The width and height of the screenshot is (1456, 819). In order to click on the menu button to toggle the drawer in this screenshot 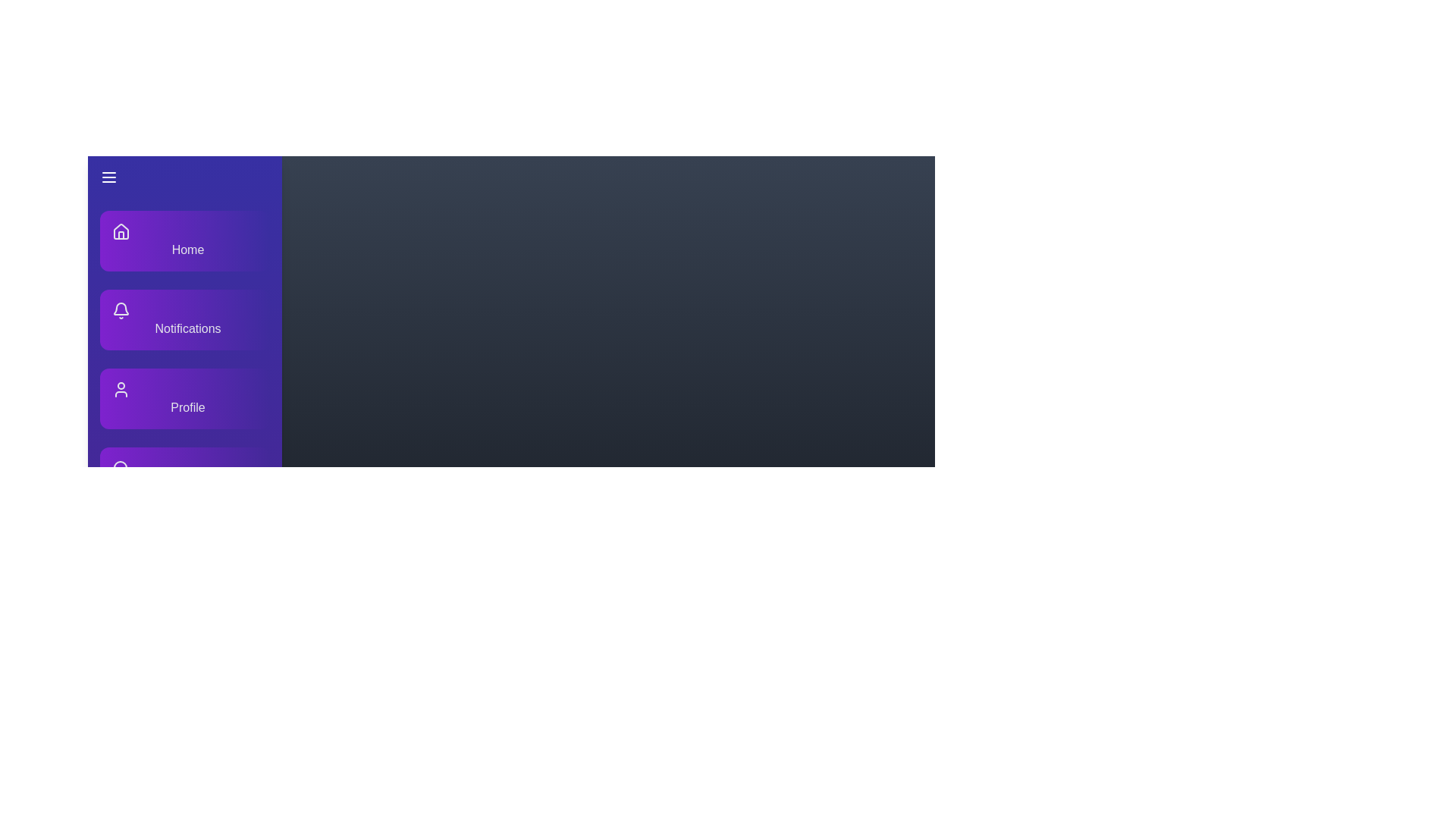, I will do `click(184, 177)`.